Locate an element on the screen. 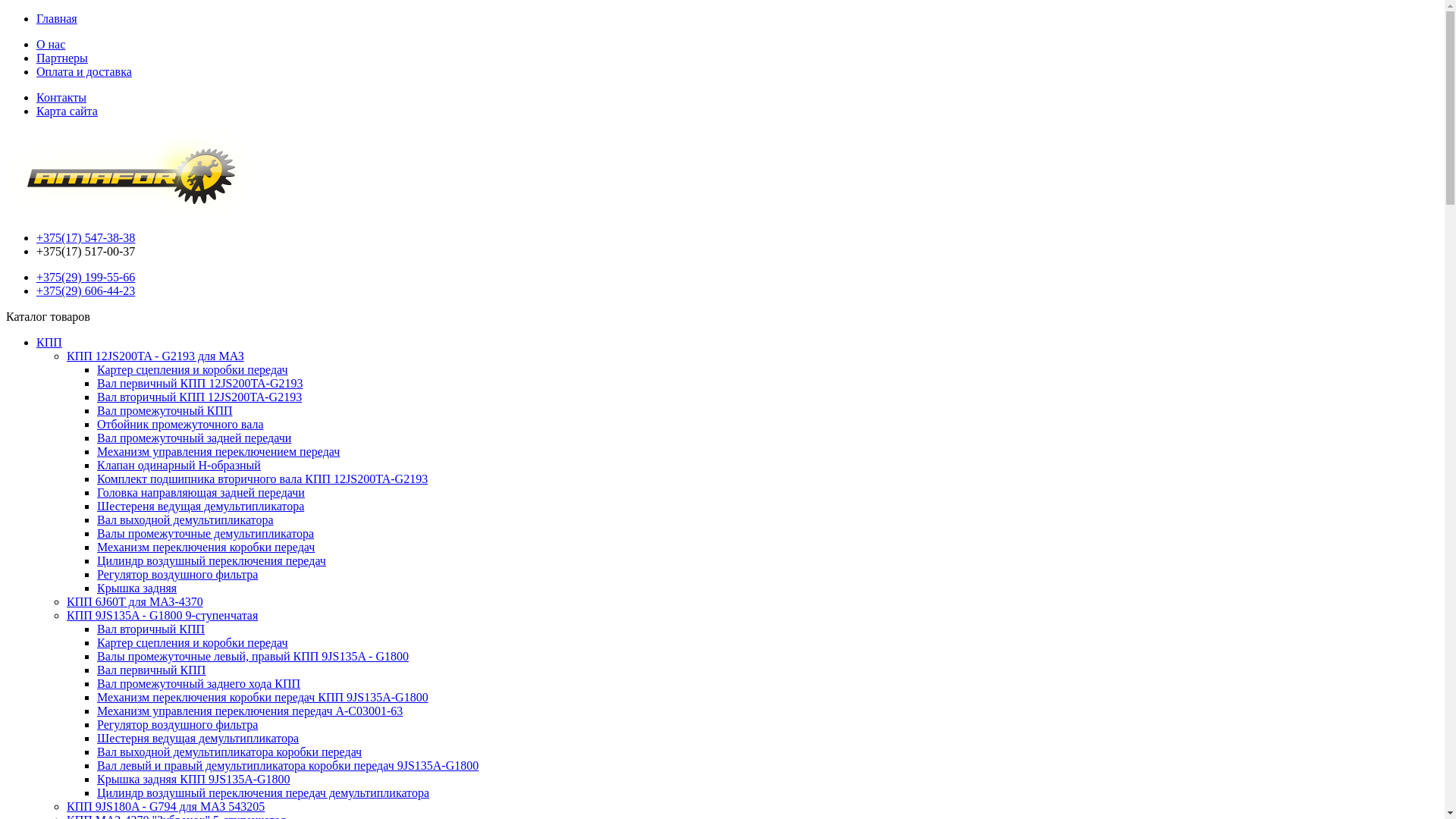 The height and width of the screenshot is (819, 1456). '+375(17) 547-38-38' is located at coordinates (85, 237).